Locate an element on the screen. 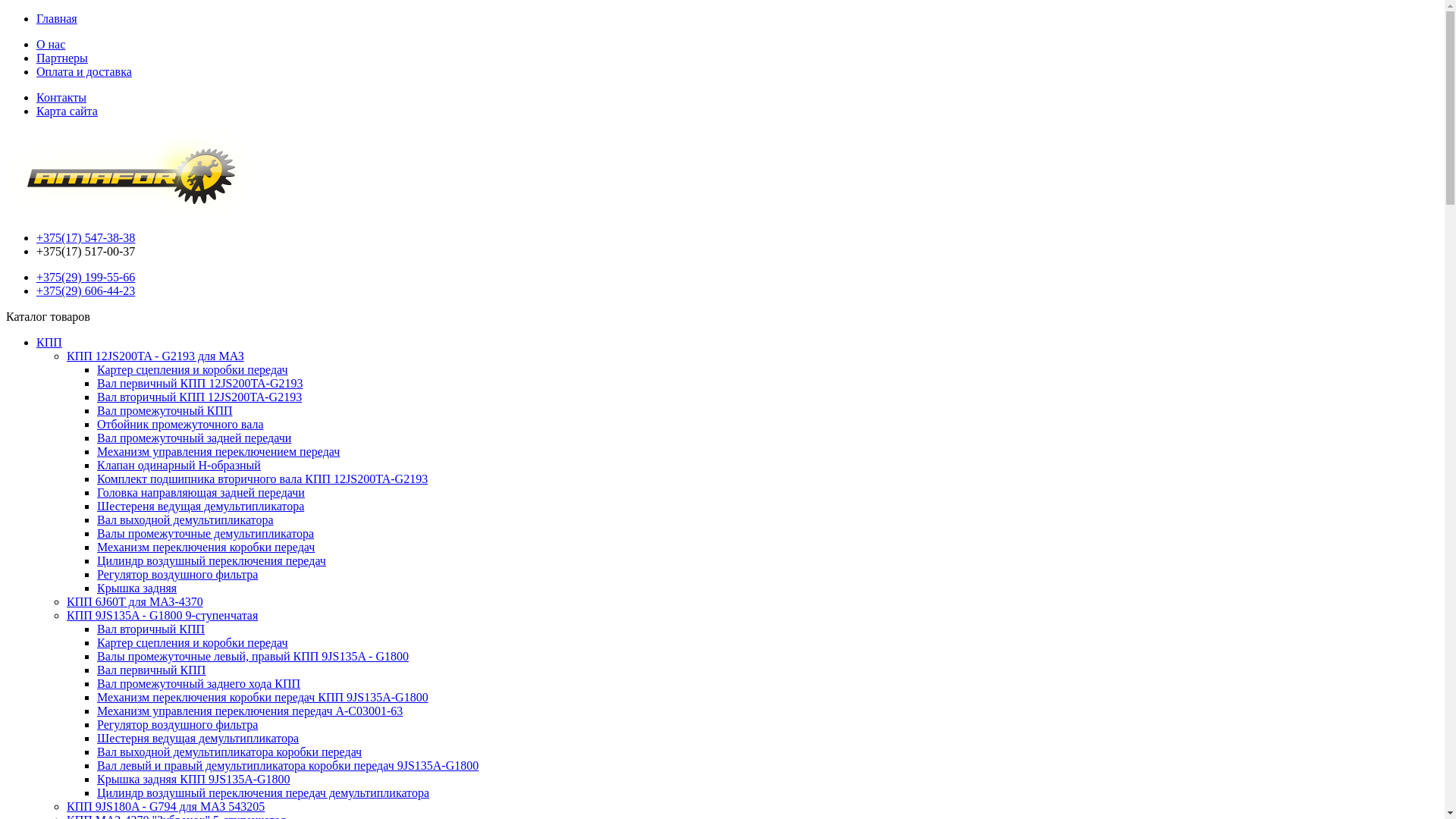 The height and width of the screenshot is (819, 1456). '+375(17) 547-38-38' is located at coordinates (85, 237).